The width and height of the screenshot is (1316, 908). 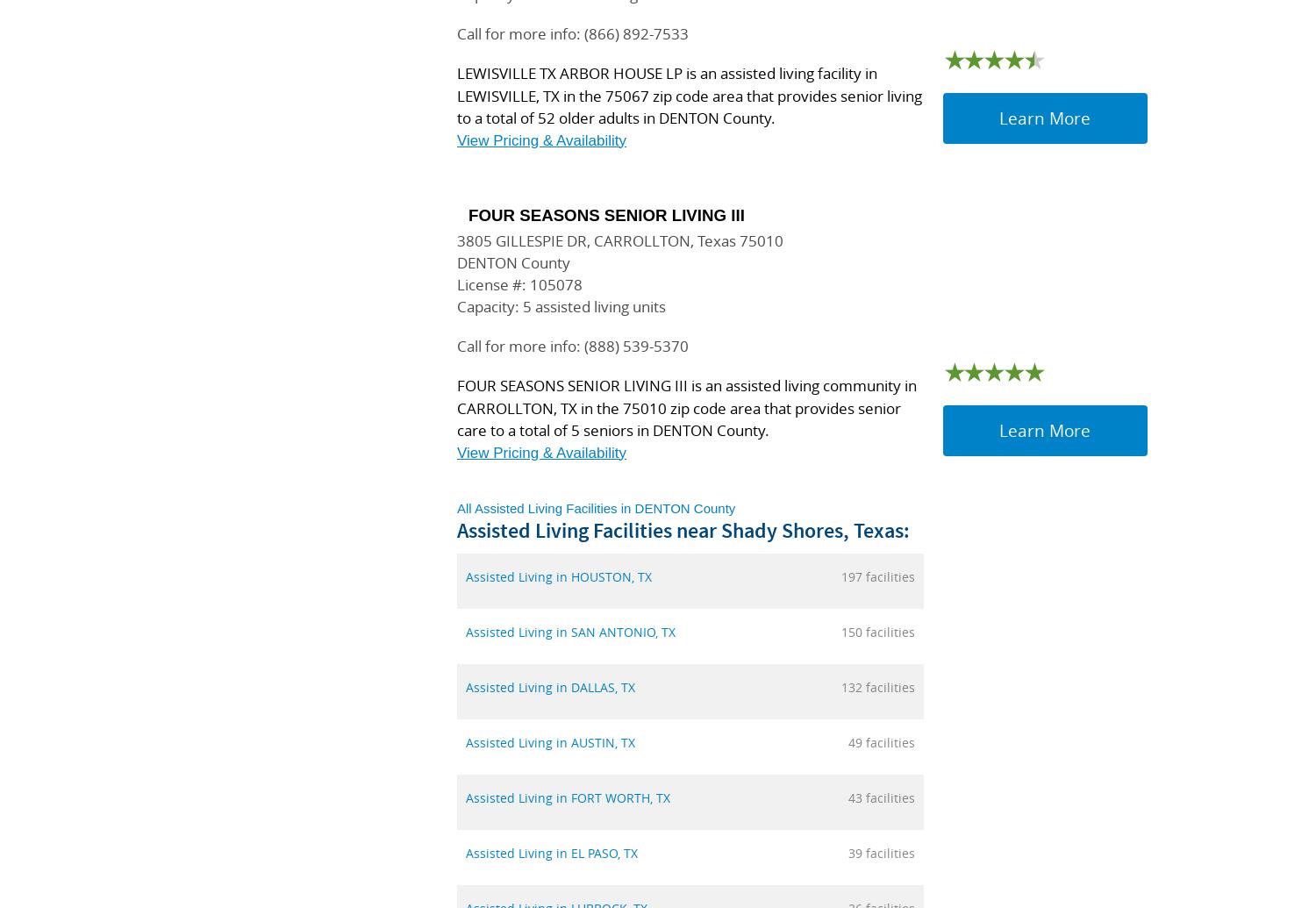 I want to click on 'Assisted Living in DALLAS, TX', so click(x=550, y=686).